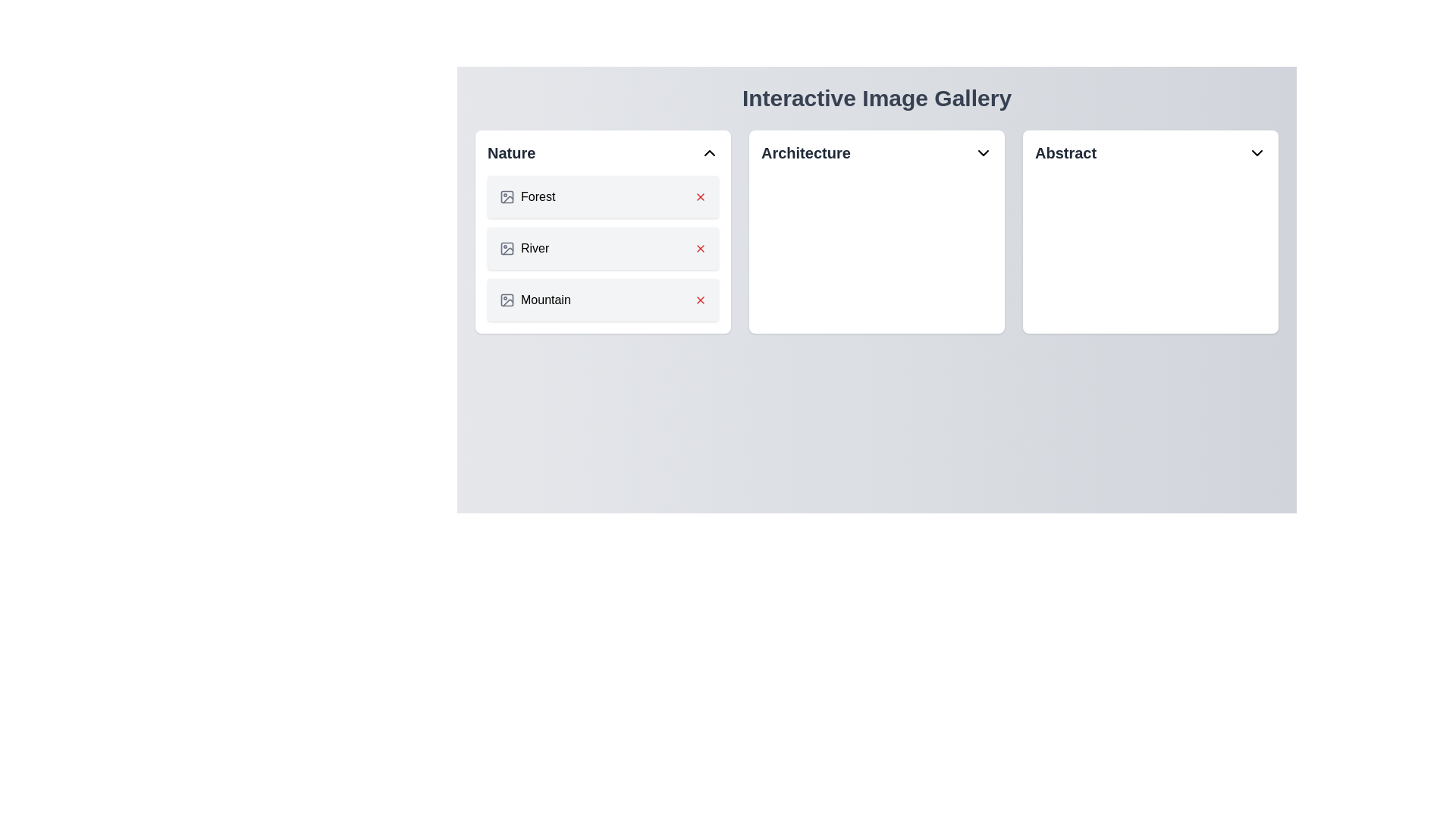 This screenshot has height=819, width=1456. What do you see at coordinates (507, 300) in the screenshot?
I see `the icon that visually symbolizes the 'Mountain' category, located at the left side of the 'Mountain' label within the 'Nature' category list` at bounding box center [507, 300].